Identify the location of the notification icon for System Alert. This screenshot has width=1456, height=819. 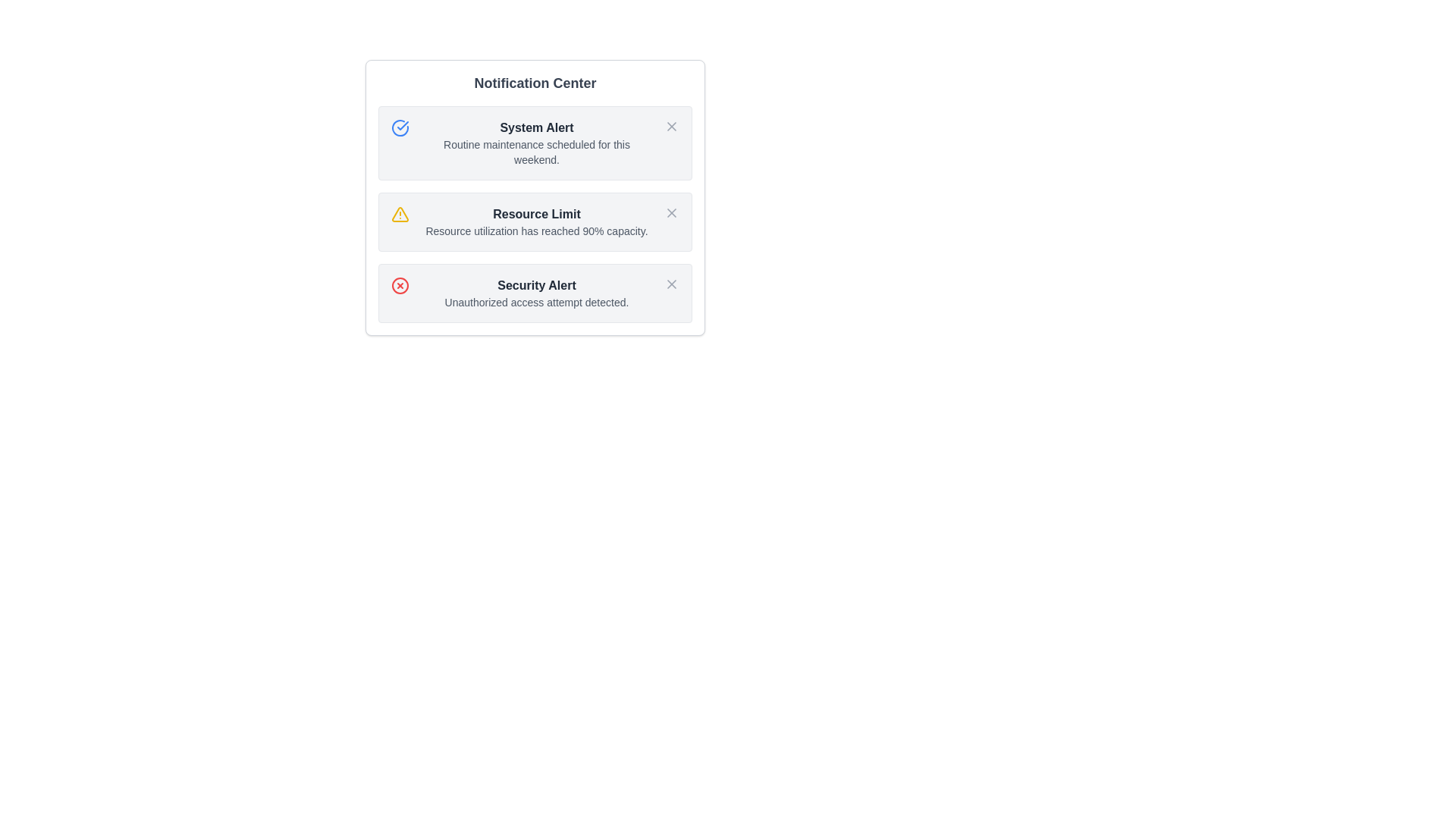
(400, 127).